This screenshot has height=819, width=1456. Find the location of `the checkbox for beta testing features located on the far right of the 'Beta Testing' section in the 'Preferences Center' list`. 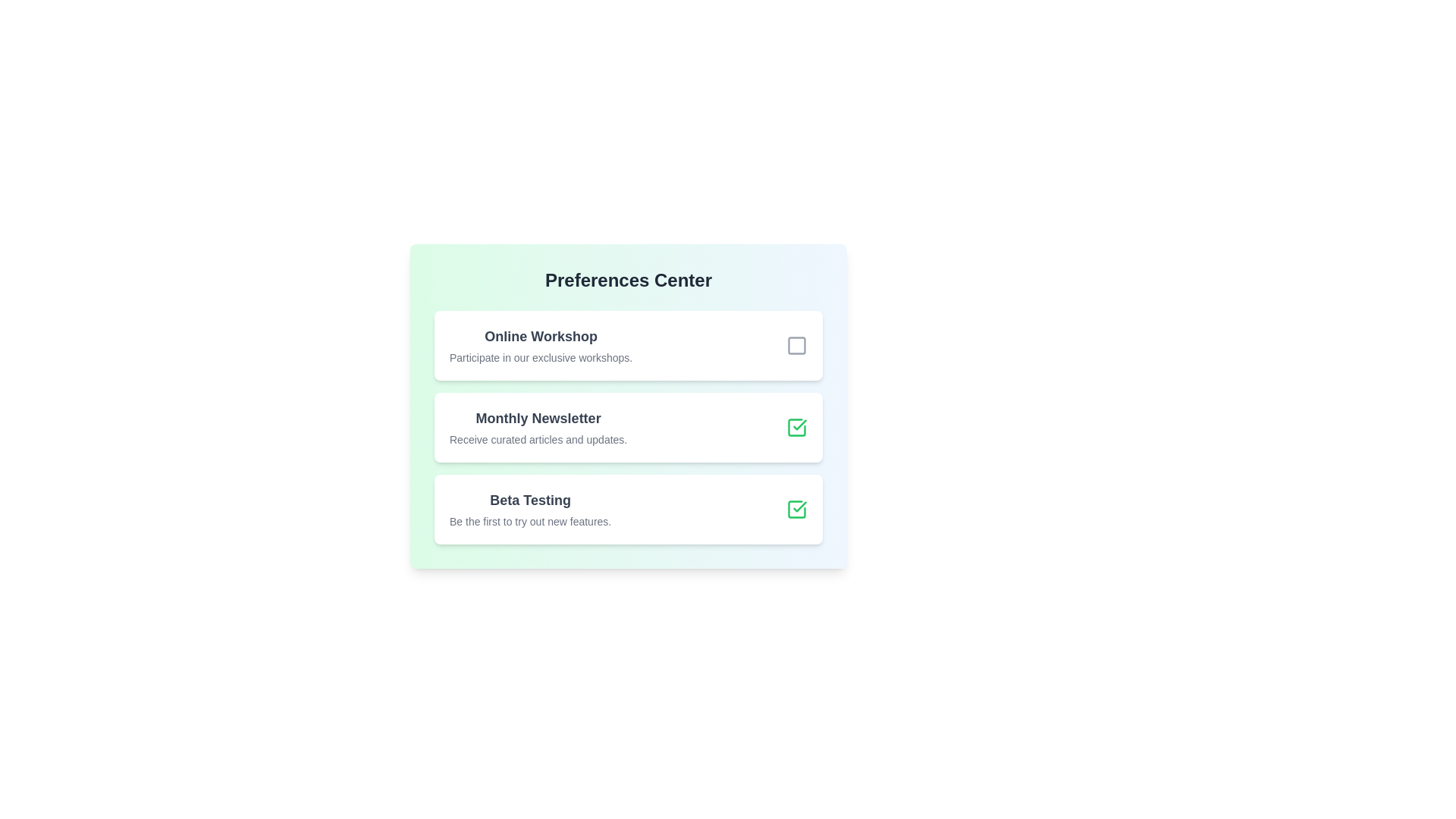

the checkbox for beta testing features located on the far right of the 'Beta Testing' section in the 'Preferences Center' list is located at coordinates (796, 509).